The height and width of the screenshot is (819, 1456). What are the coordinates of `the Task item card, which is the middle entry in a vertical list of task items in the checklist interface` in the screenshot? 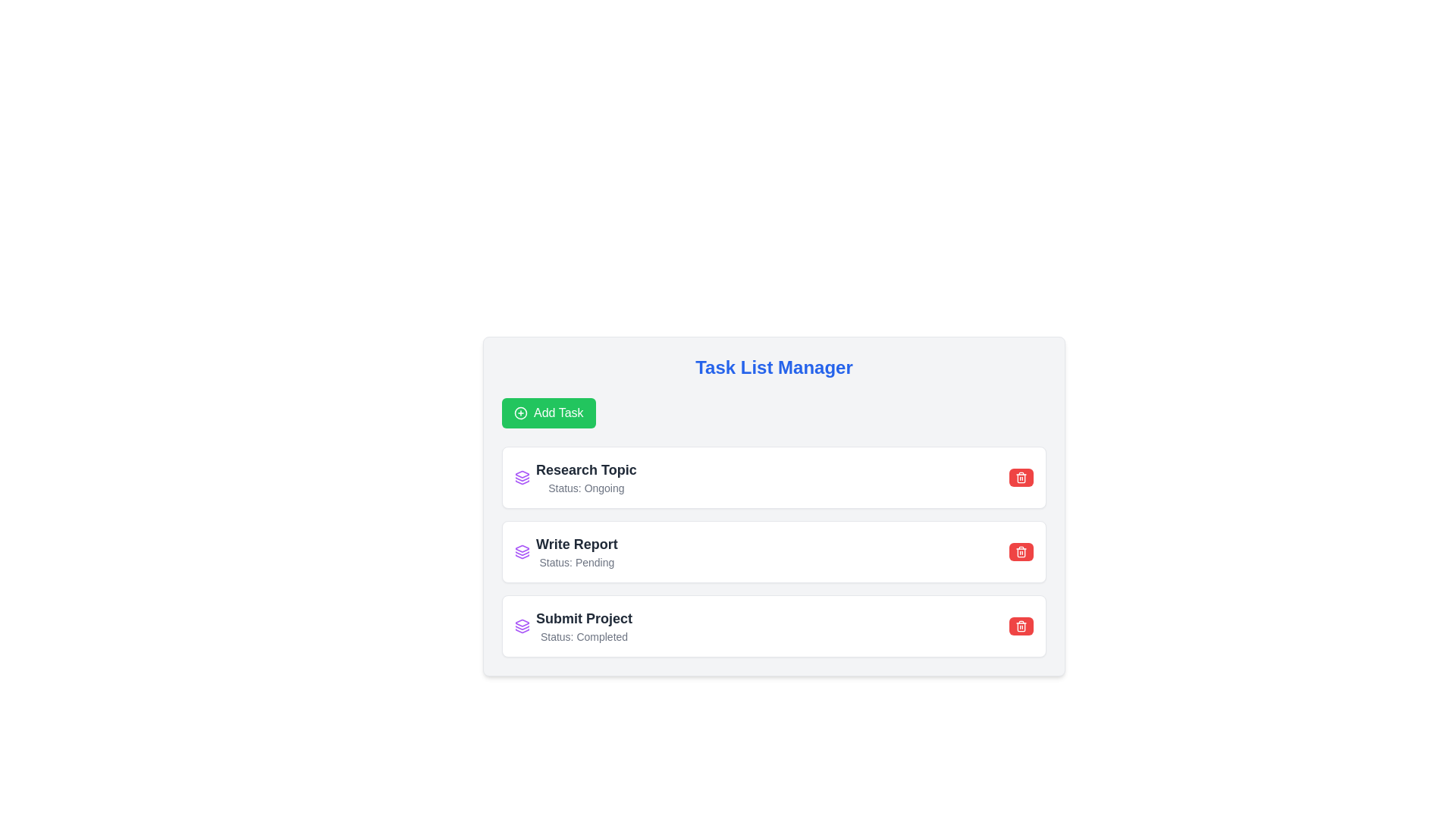 It's located at (774, 552).